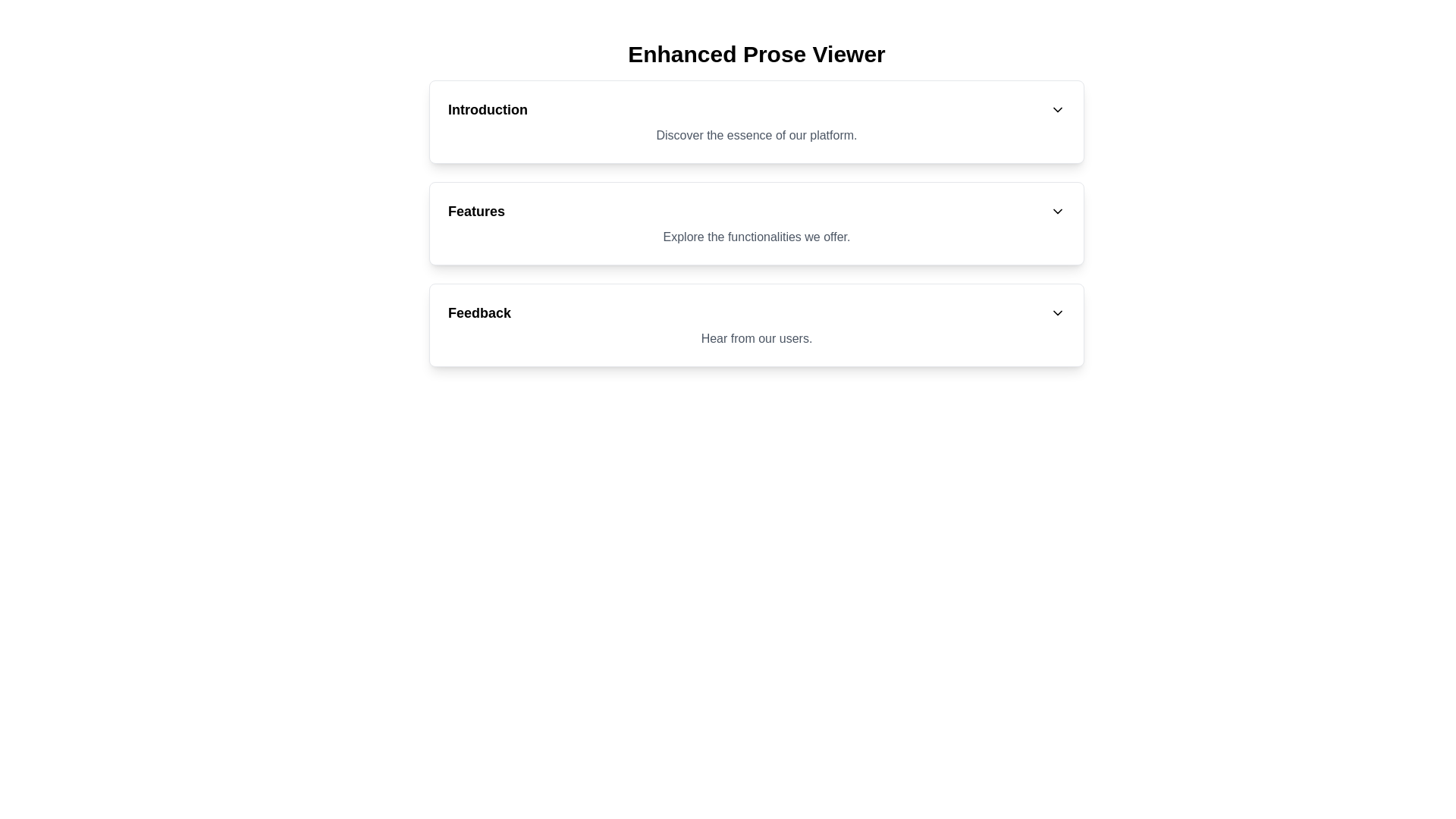 The image size is (1456, 819). What do you see at coordinates (757, 134) in the screenshot?
I see `the text element displaying 'Discover the essence of our platform.' which is styled in gray and located beneath the 'Introduction' heading` at bounding box center [757, 134].